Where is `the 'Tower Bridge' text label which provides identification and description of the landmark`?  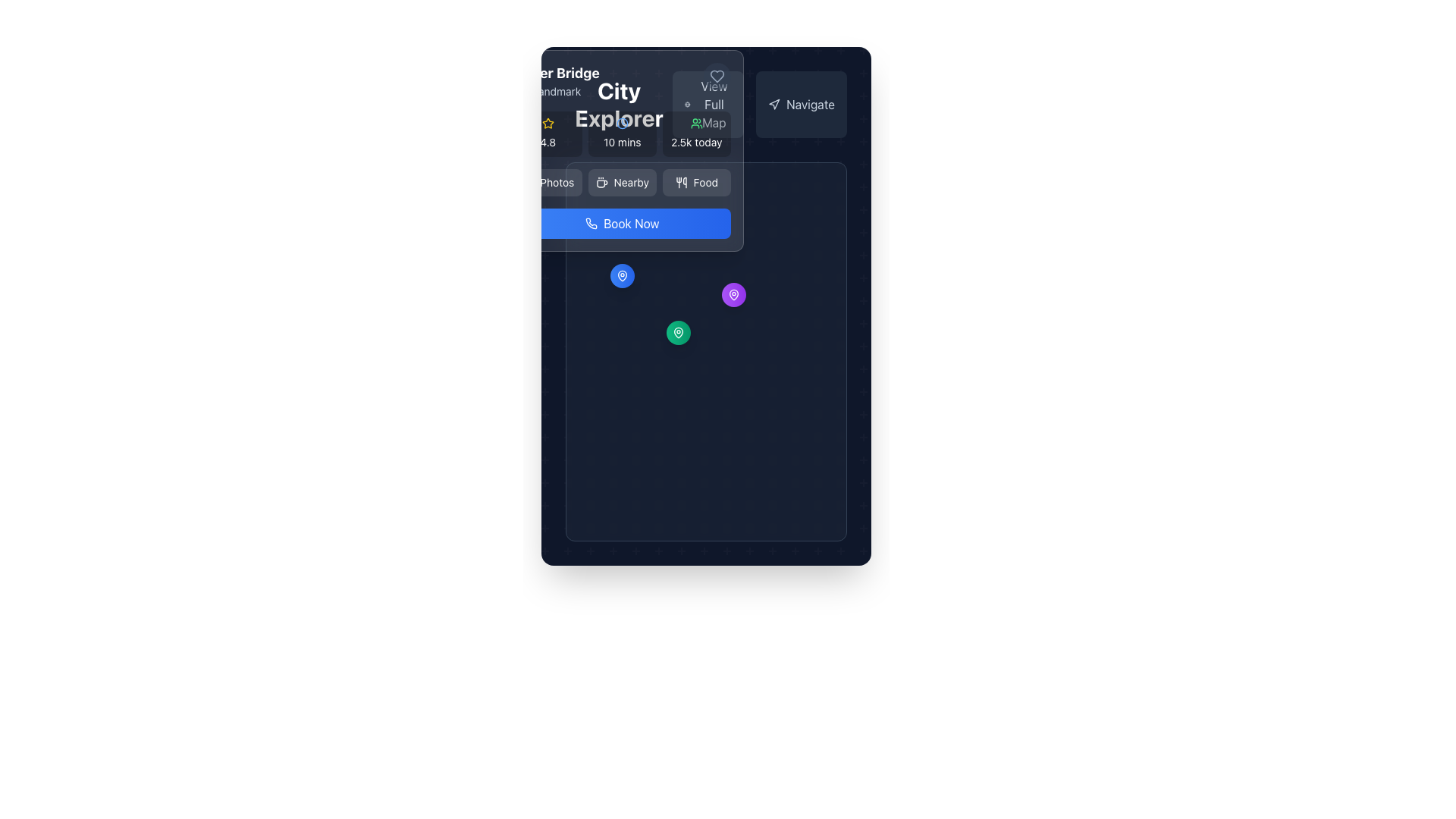
the 'Tower Bridge' text label which provides identification and description of the landmark is located at coordinates (556, 81).